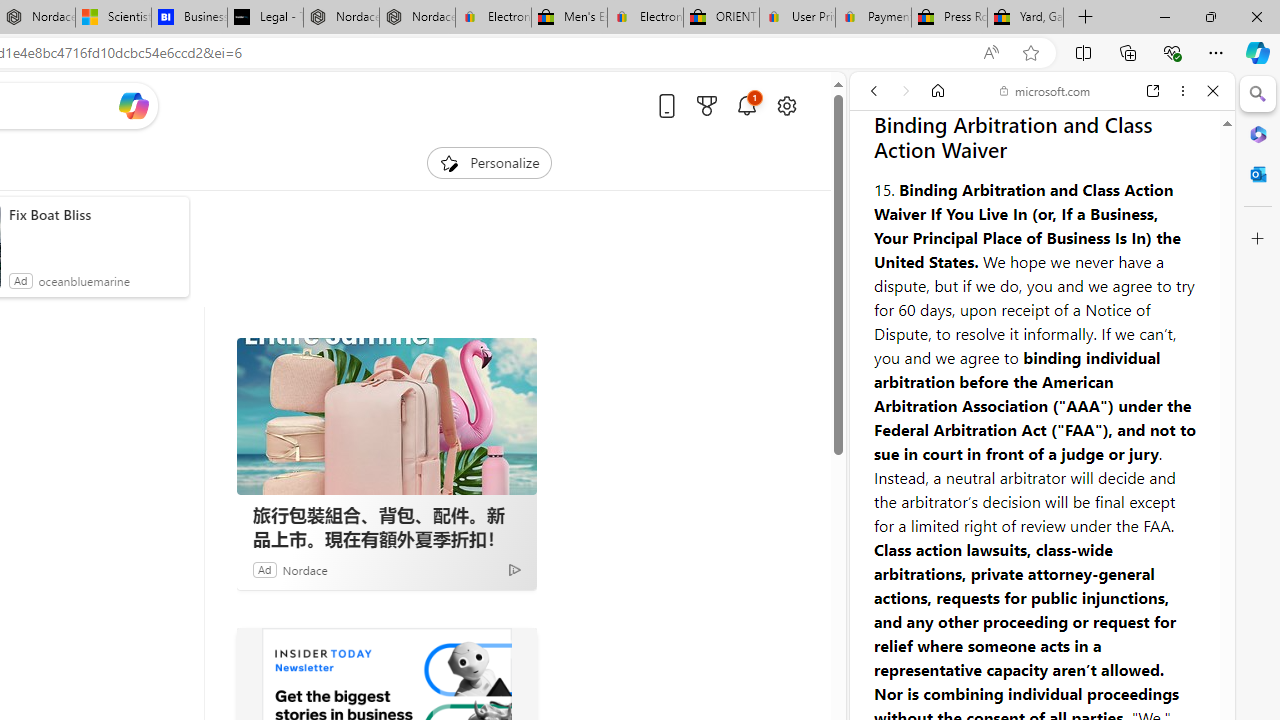  Describe the element at coordinates (1257, 238) in the screenshot. I see `'Customize'` at that location.